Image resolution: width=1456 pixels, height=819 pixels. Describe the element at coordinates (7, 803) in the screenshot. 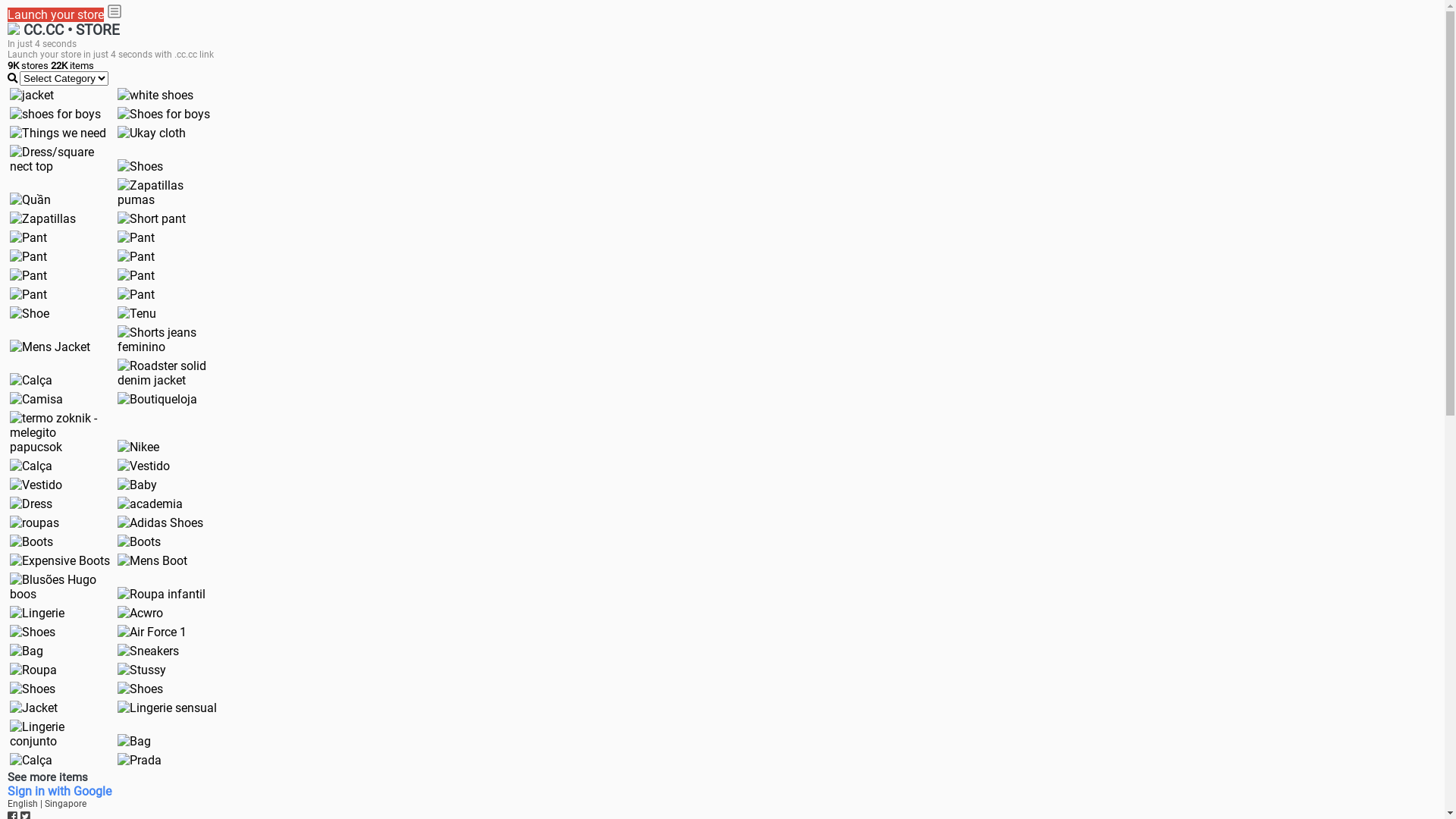

I see `'English'` at that location.